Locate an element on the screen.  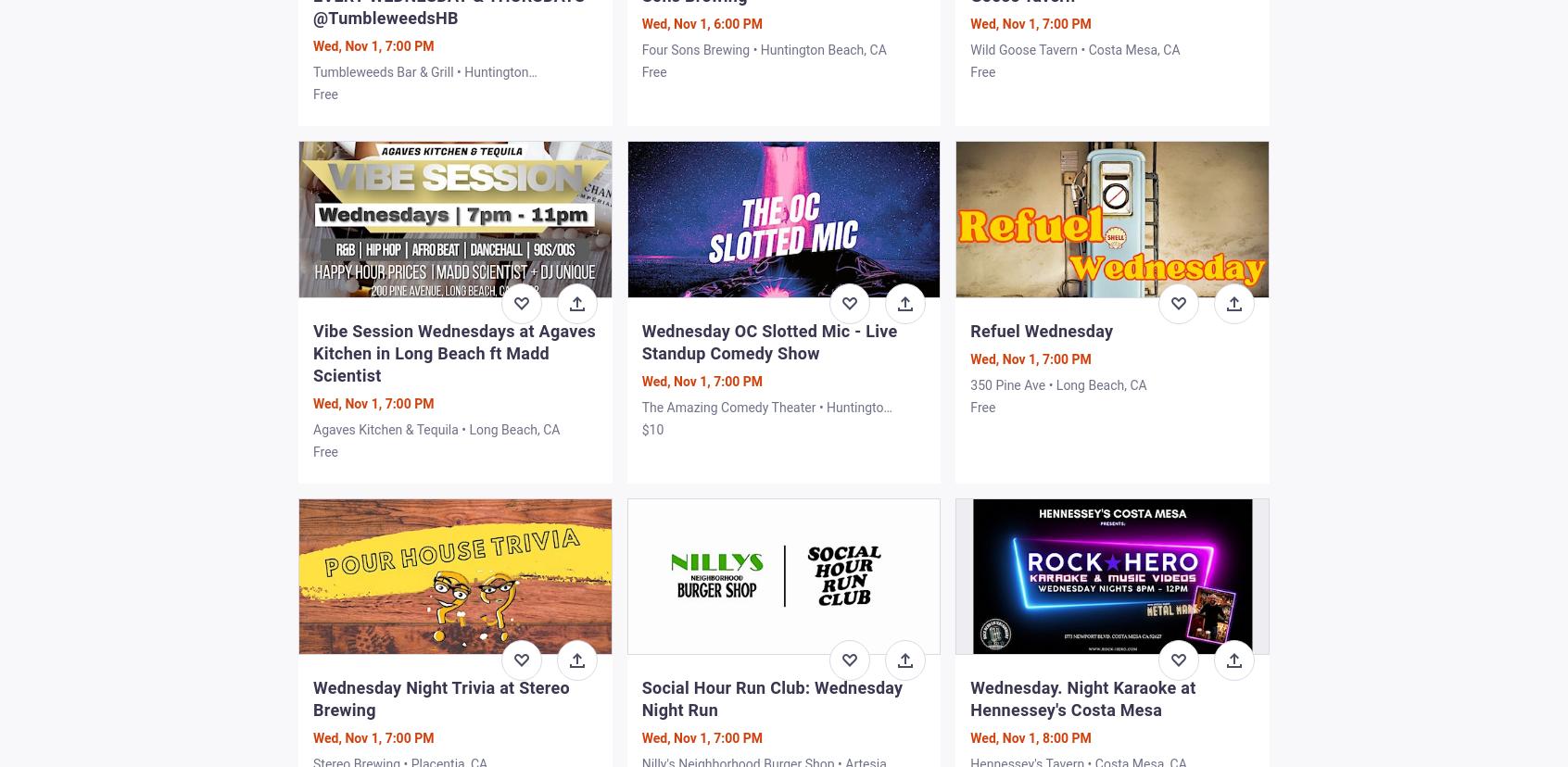
'Wednesday. Night Karaoke at Hennessey's Costa Mesa' is located at coordinates (1081, 697).